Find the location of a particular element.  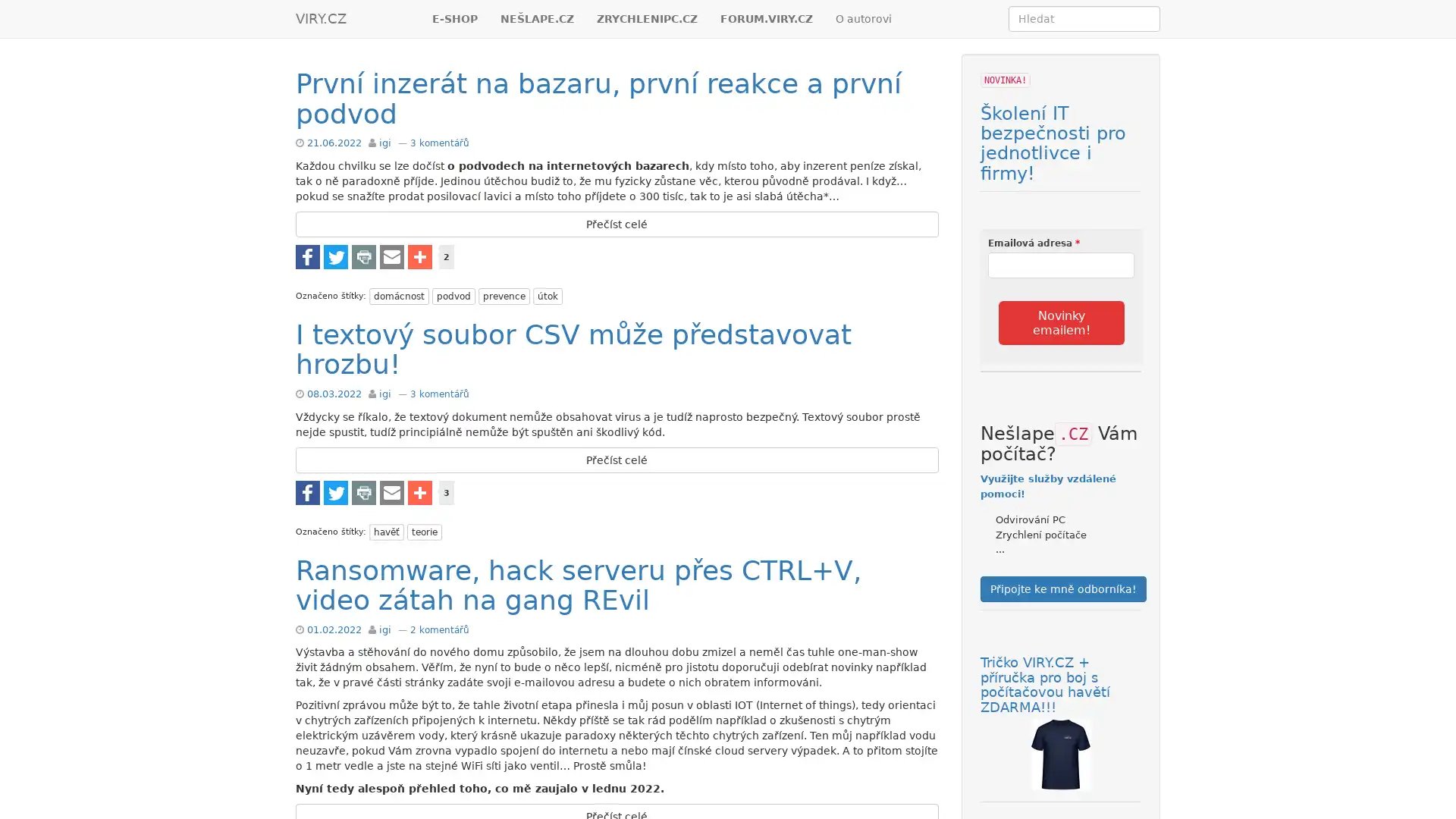

Novinky emailem! is located at coordinates (1059, 322).